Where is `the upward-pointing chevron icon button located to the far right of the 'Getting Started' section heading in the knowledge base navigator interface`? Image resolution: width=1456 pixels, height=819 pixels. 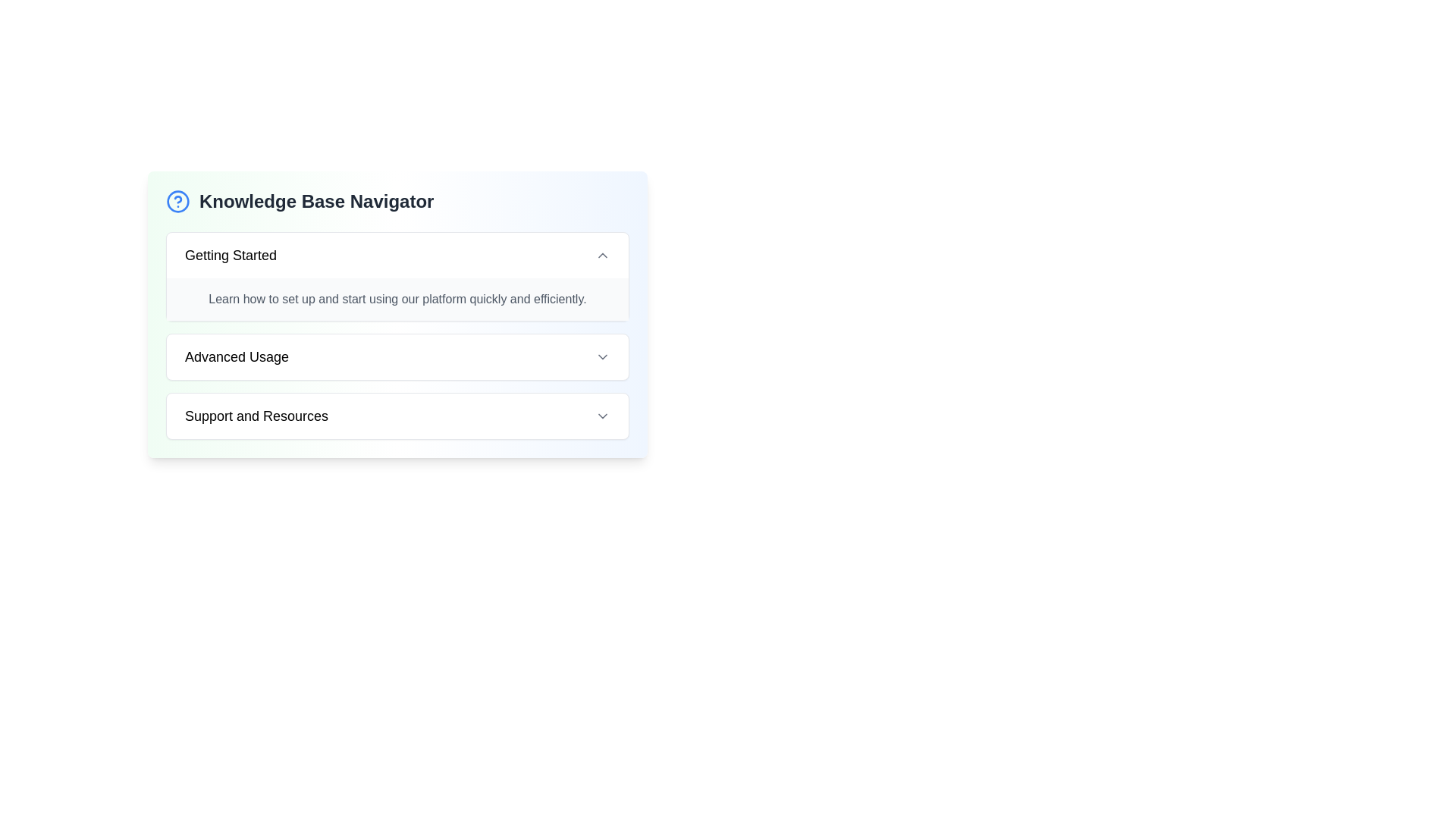
the upward-pointing chevron icon button located to the far right of the 'Getting Started' section heading in the knowledge base navigator interface is located at coordinates (602, 254).